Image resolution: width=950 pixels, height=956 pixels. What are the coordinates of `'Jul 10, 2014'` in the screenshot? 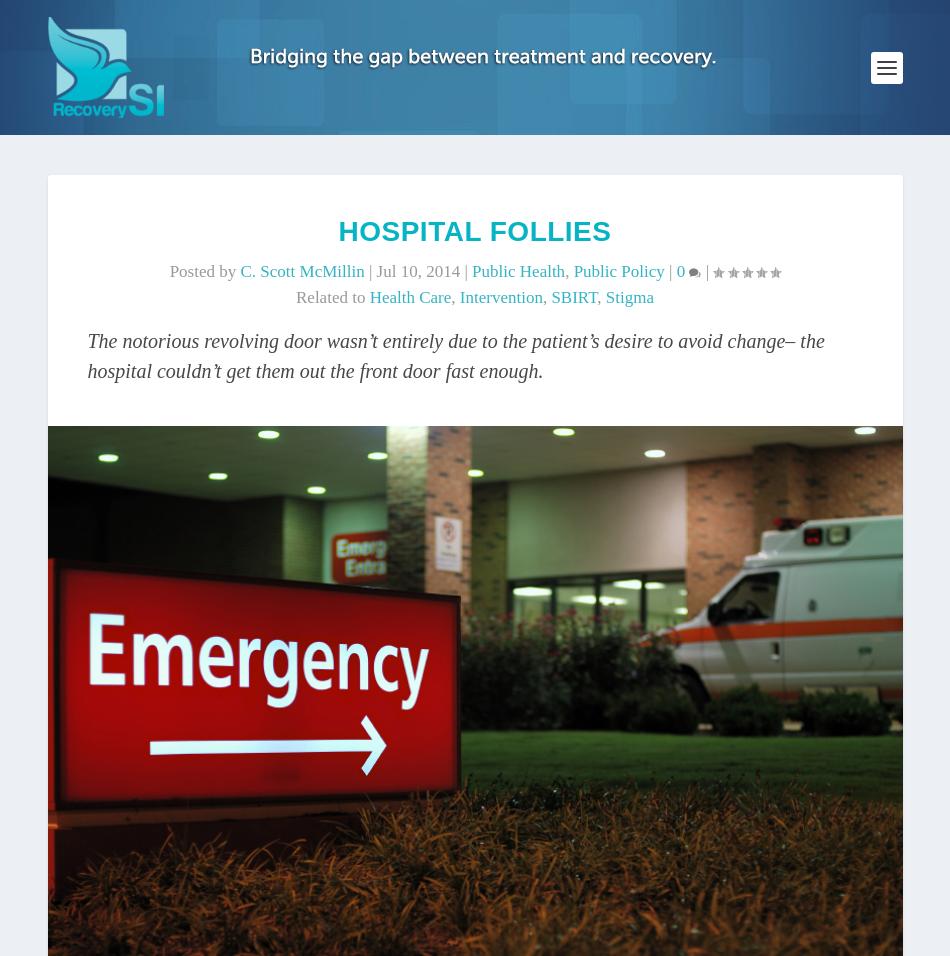 It's located at (375, 269).